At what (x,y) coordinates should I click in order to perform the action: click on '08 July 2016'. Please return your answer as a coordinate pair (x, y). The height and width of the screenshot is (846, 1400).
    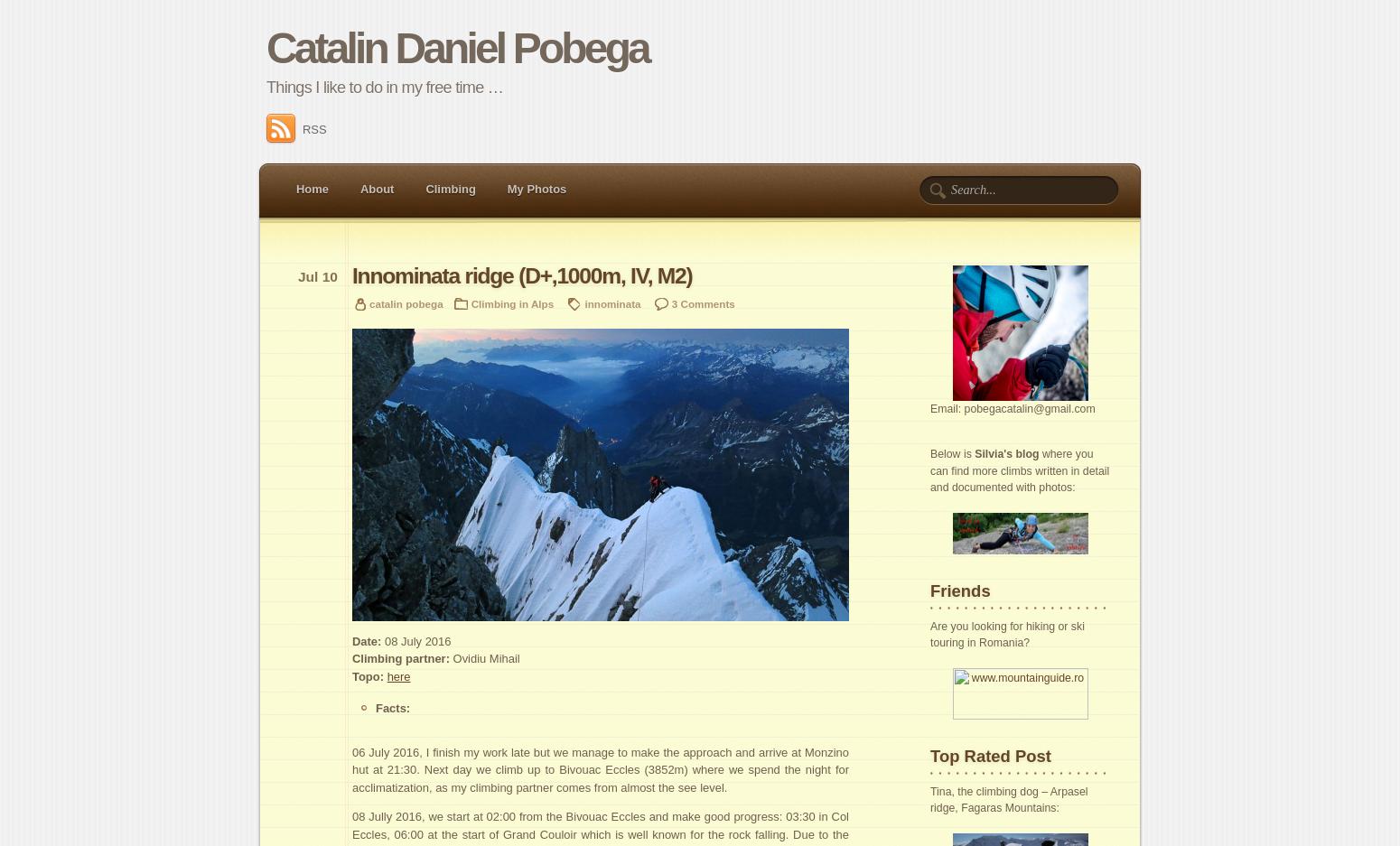
    Looking at the image, I should click on (415, 640).